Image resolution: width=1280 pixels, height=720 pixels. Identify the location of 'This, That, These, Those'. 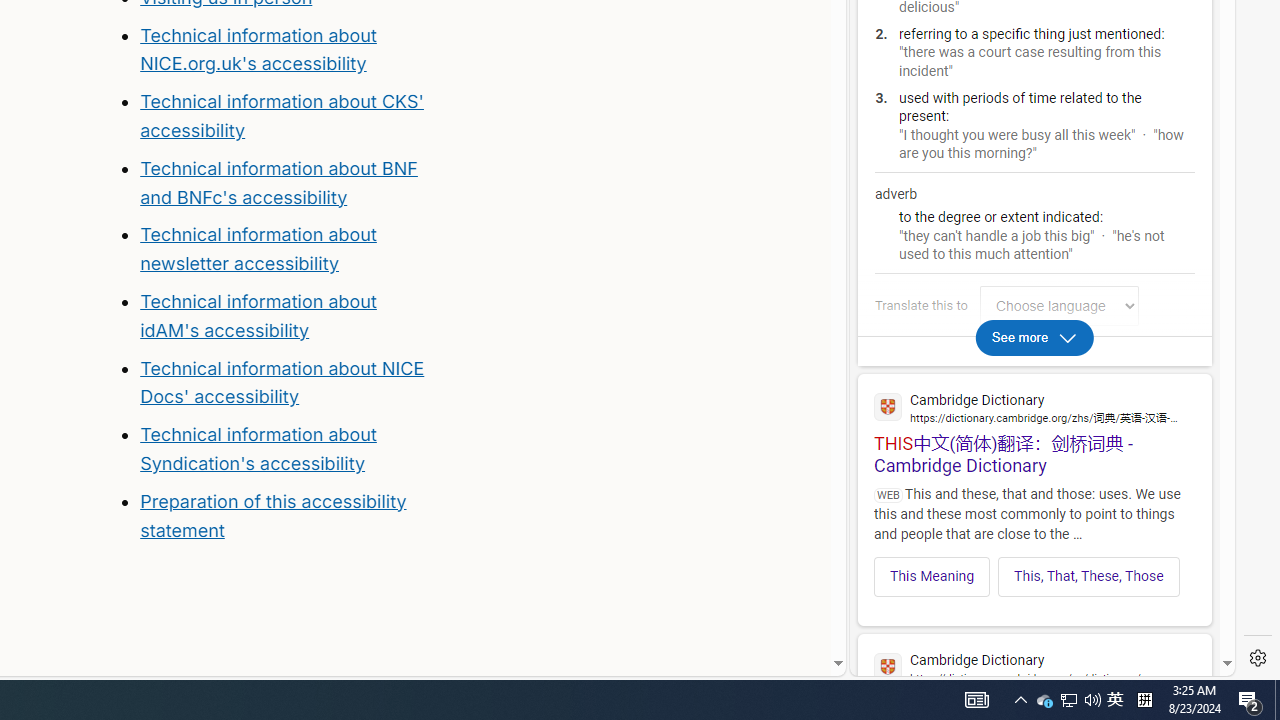
(1088, 576).